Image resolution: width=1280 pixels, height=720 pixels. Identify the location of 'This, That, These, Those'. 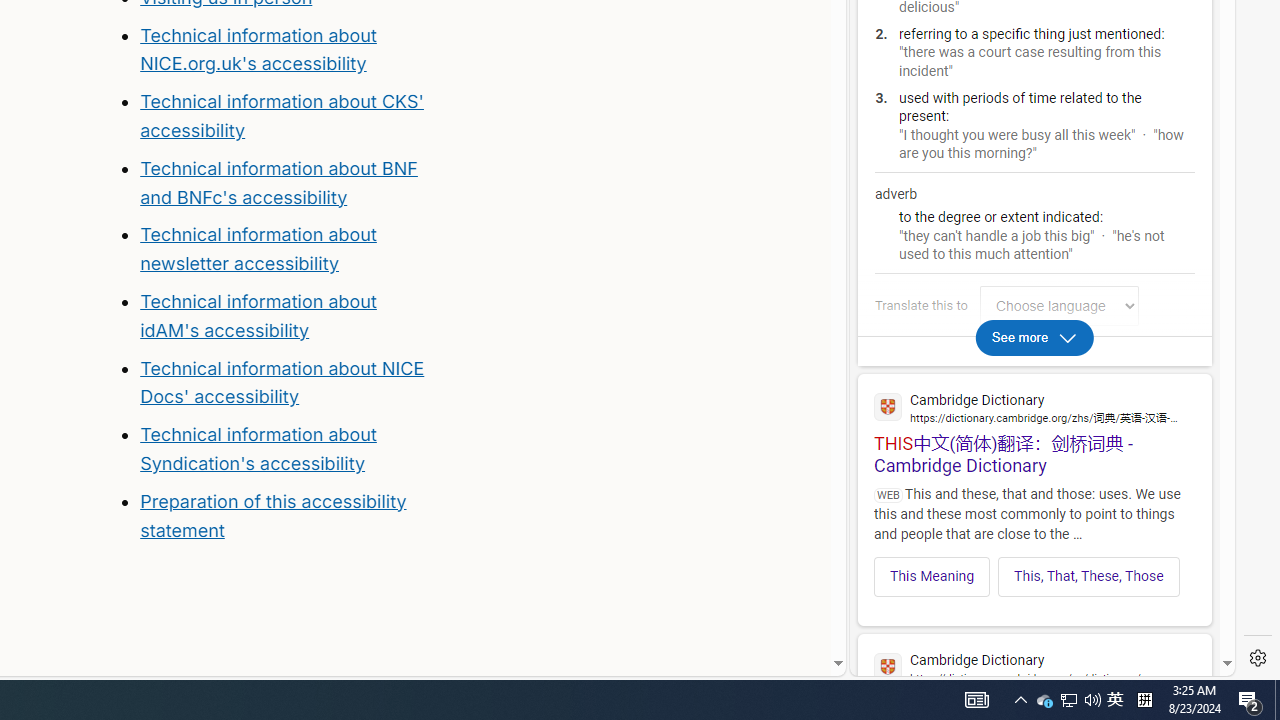
(1088, 576).